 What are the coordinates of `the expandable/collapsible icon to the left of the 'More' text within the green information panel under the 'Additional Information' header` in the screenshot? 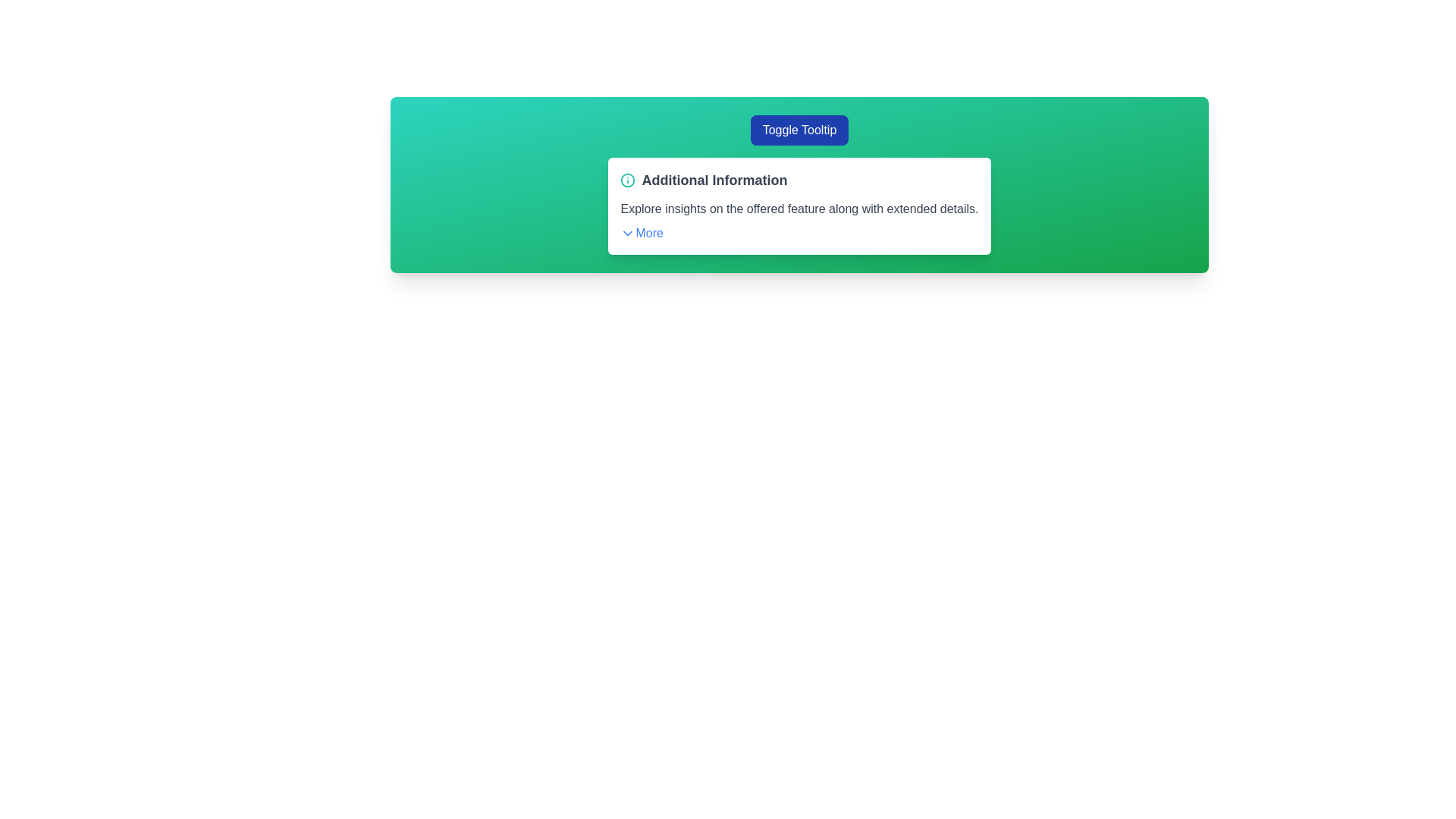 It's located at (628, 234).